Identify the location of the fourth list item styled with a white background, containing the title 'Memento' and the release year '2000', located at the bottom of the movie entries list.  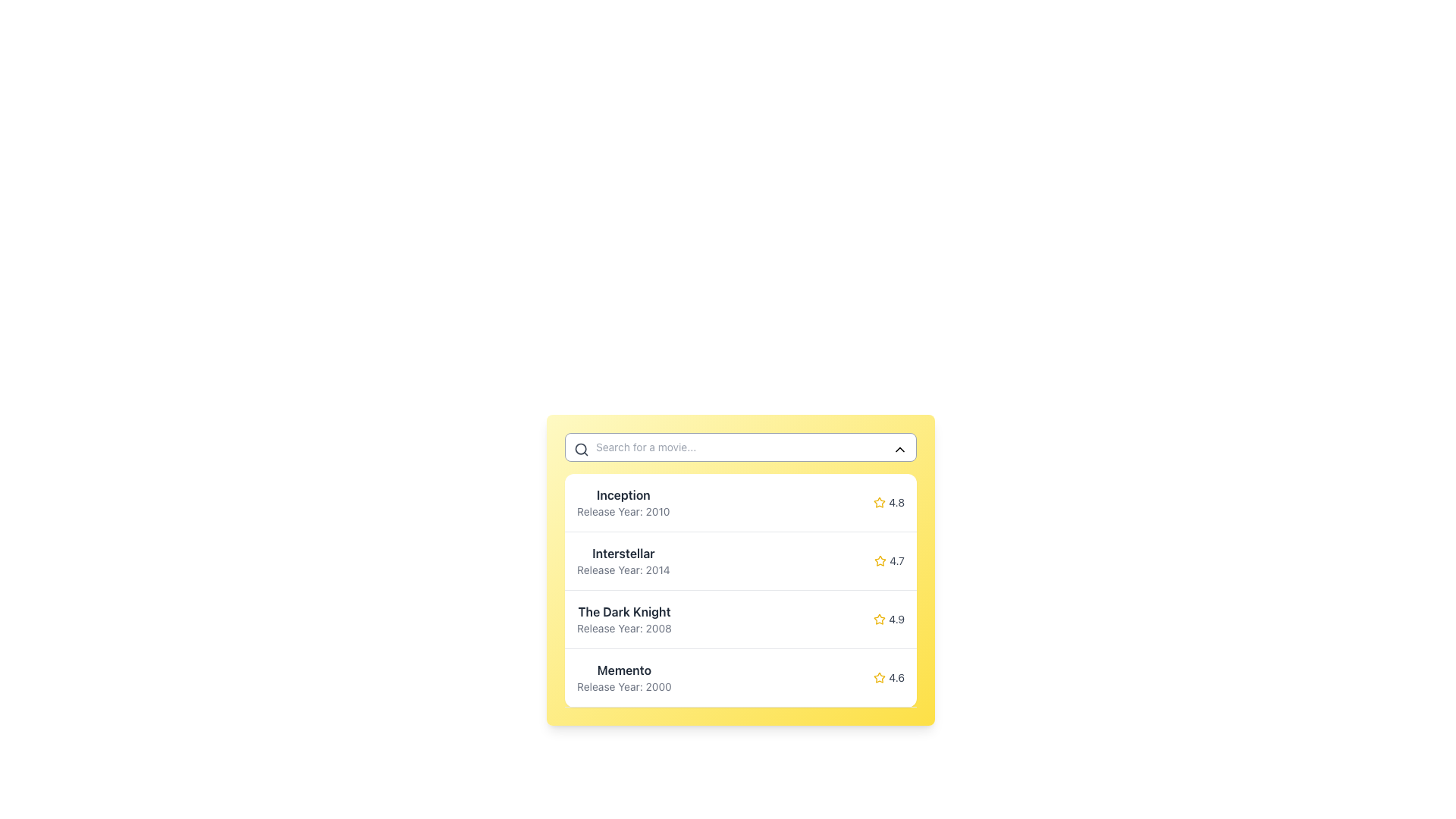
(741, 677).